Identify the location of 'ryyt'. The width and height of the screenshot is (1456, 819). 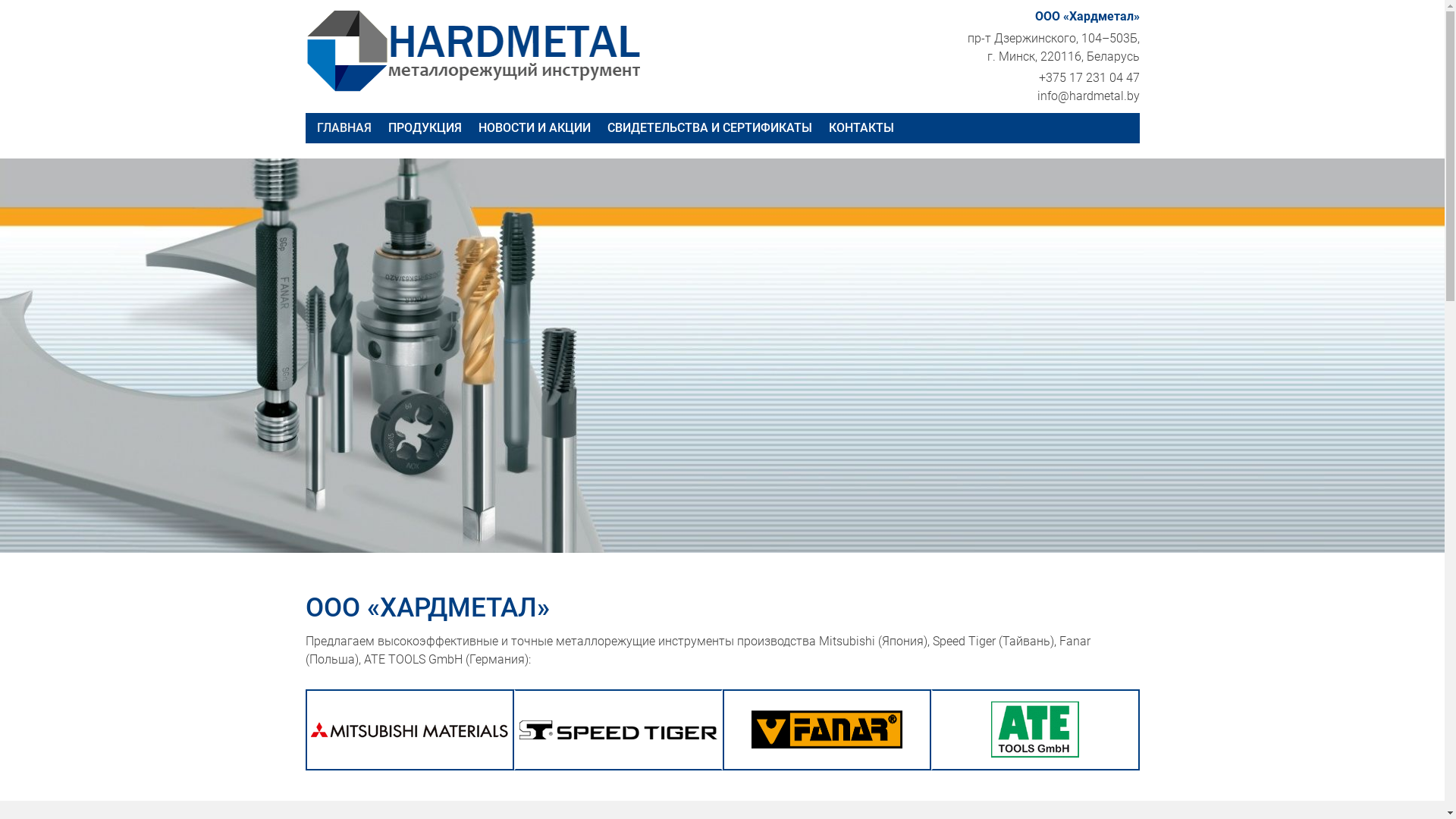
(825, 728).